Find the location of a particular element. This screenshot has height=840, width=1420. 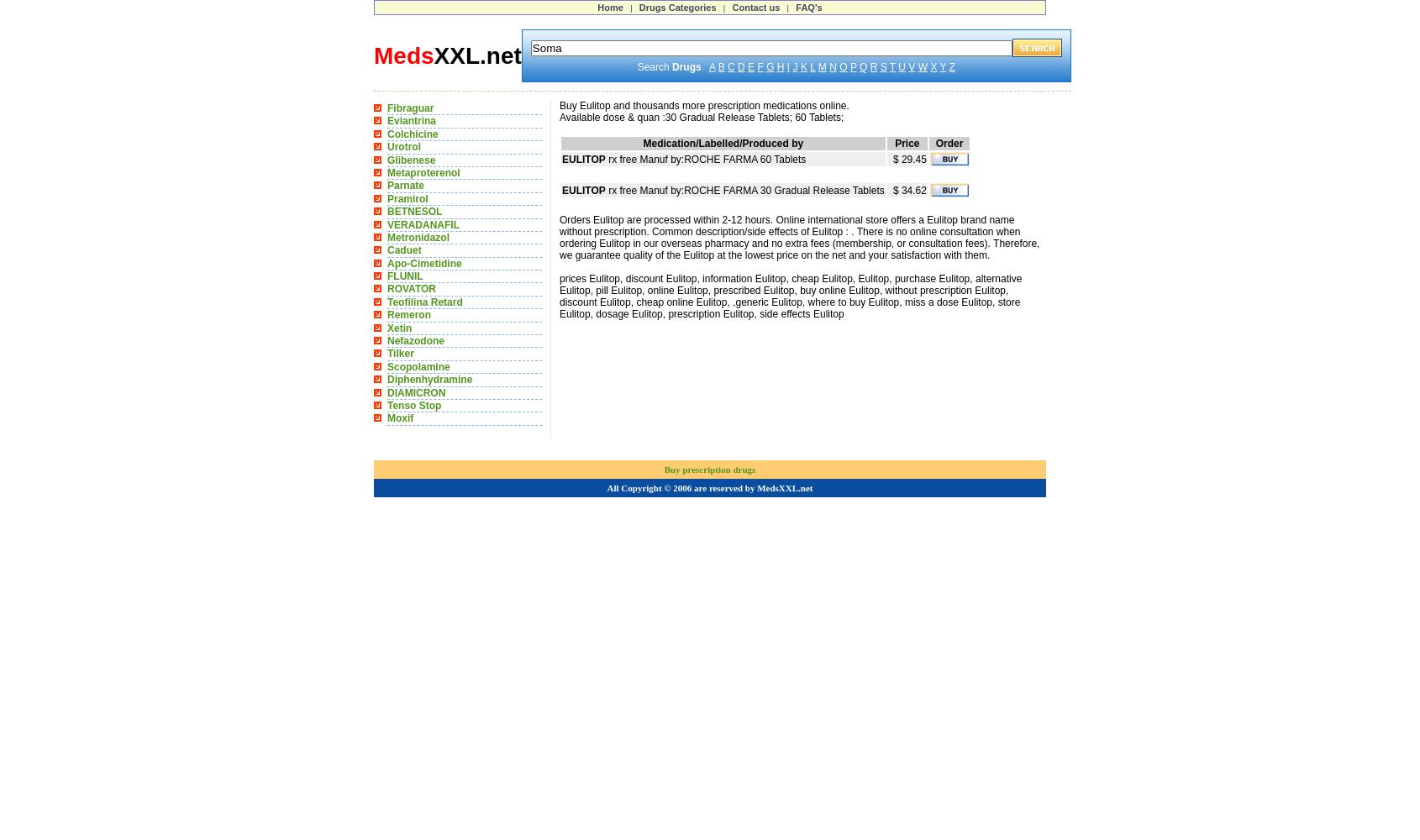

'C' is located at coordinates (730, 66).